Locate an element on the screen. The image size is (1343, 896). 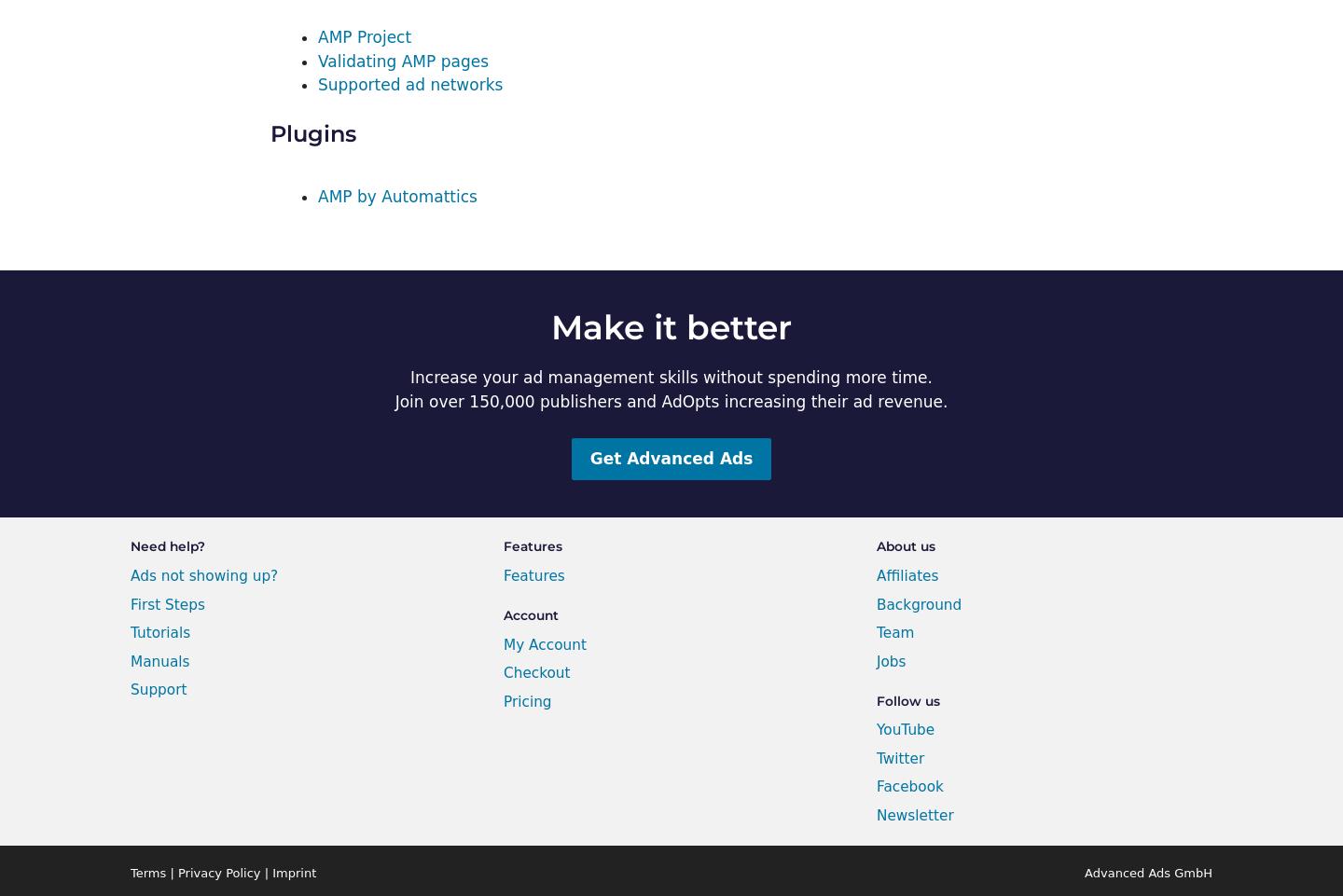
'Team' is located at coordinates (895, 632).